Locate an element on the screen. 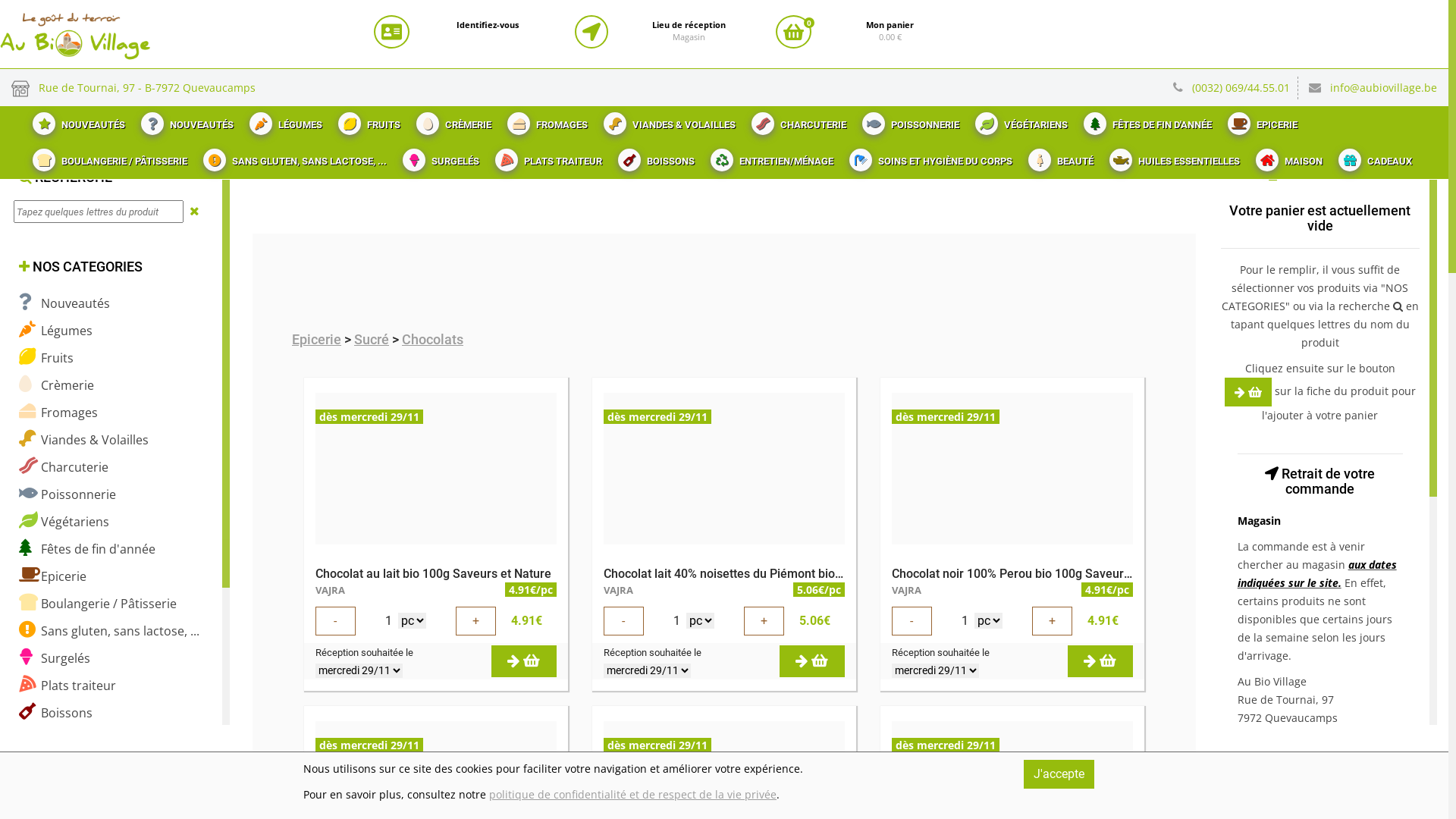  '0' is located at coordinates (792, 32).